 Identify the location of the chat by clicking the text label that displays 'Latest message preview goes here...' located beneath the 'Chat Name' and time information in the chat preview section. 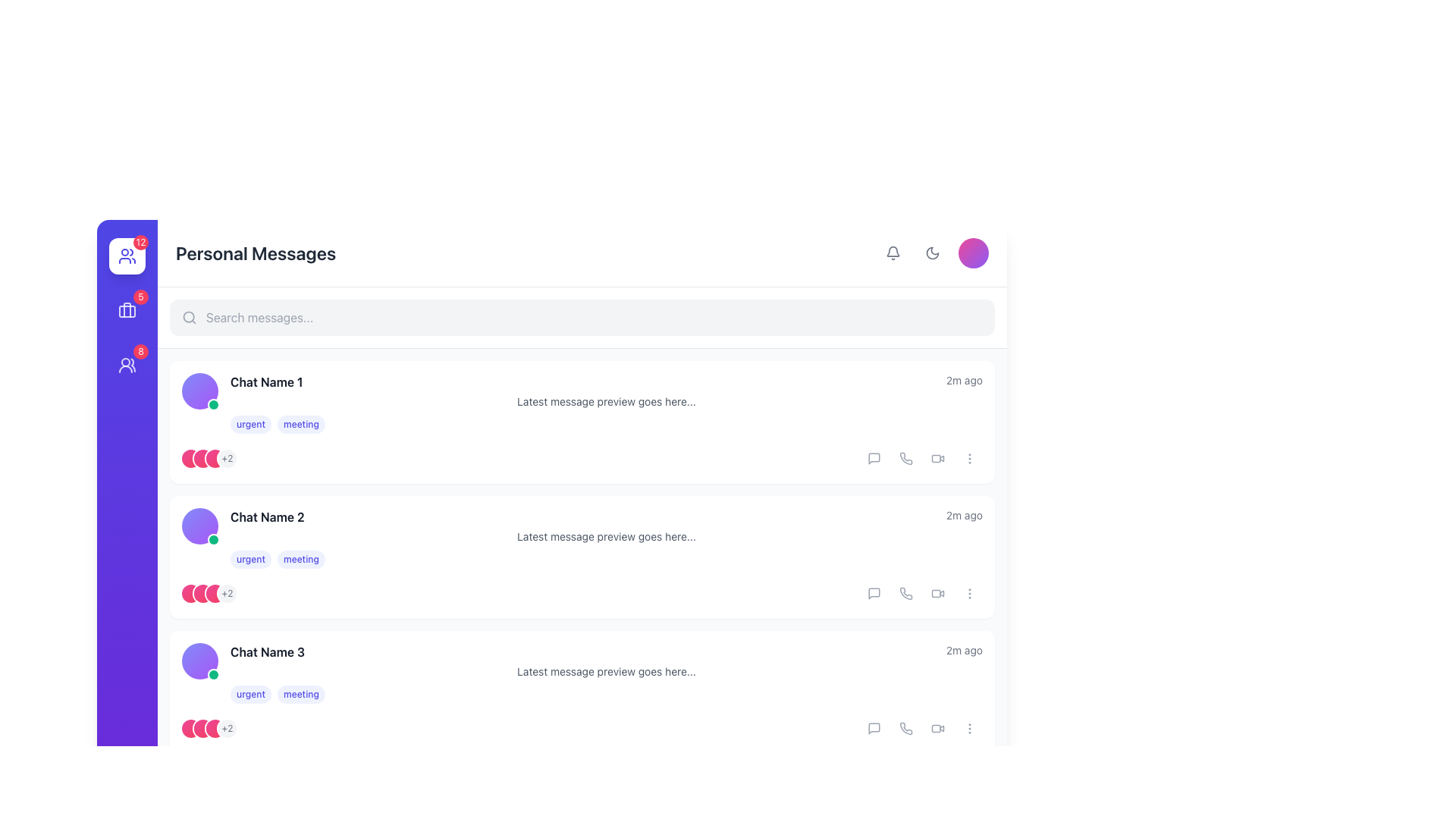
(607, 400).